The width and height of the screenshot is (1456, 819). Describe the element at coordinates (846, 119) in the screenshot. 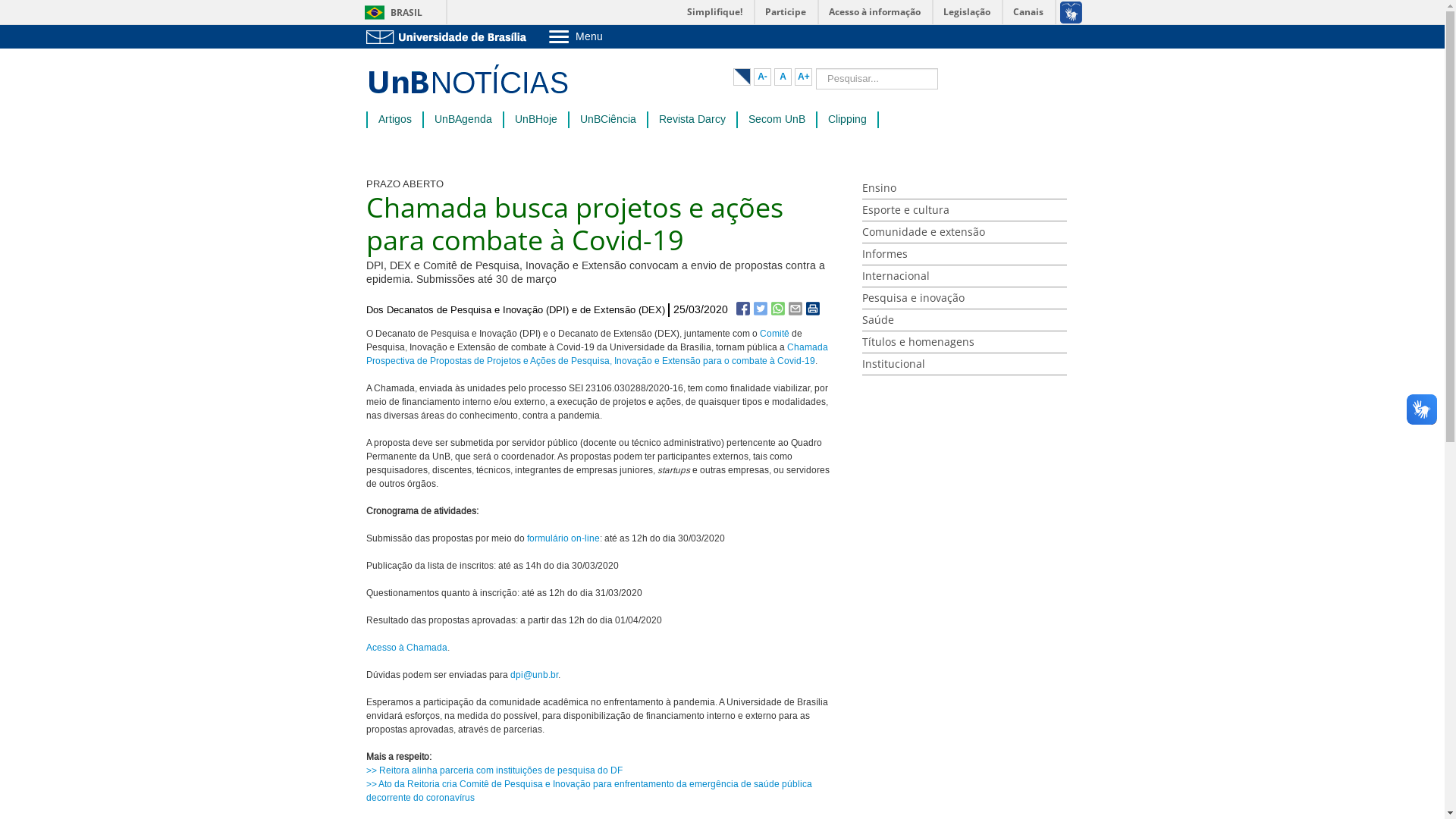

I see `'Clipping'` at that location.